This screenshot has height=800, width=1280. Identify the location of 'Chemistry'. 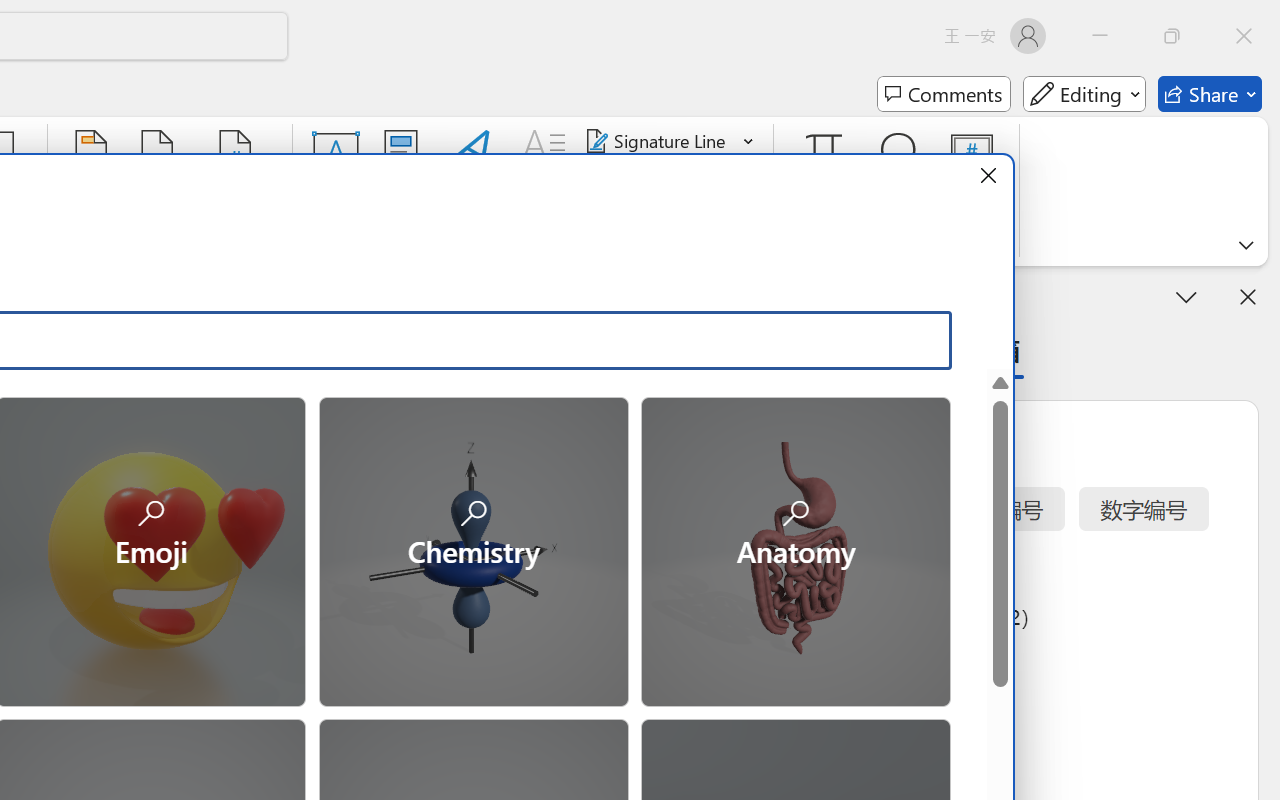
(471, 549).